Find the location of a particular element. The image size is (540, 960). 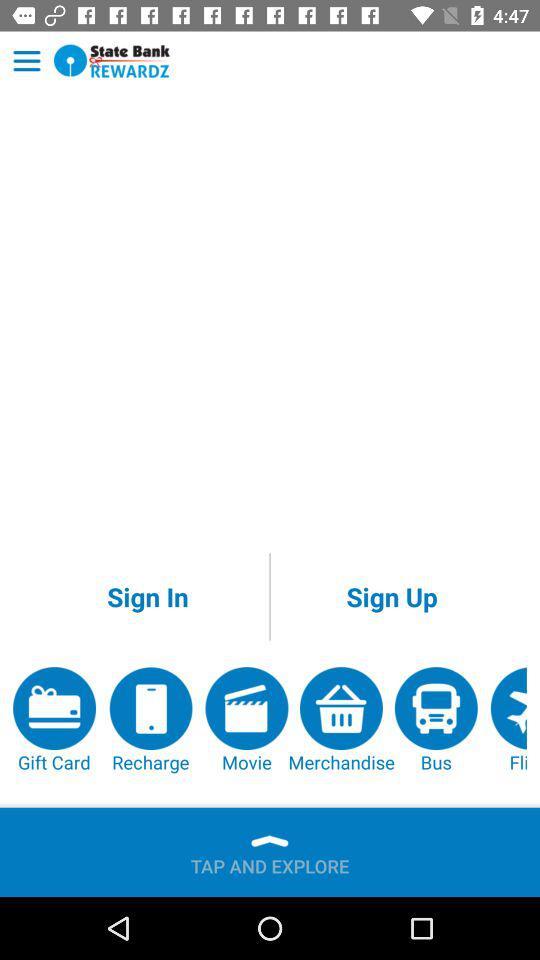

the app to the right of the recharge app is located at coordinates (246, 720).